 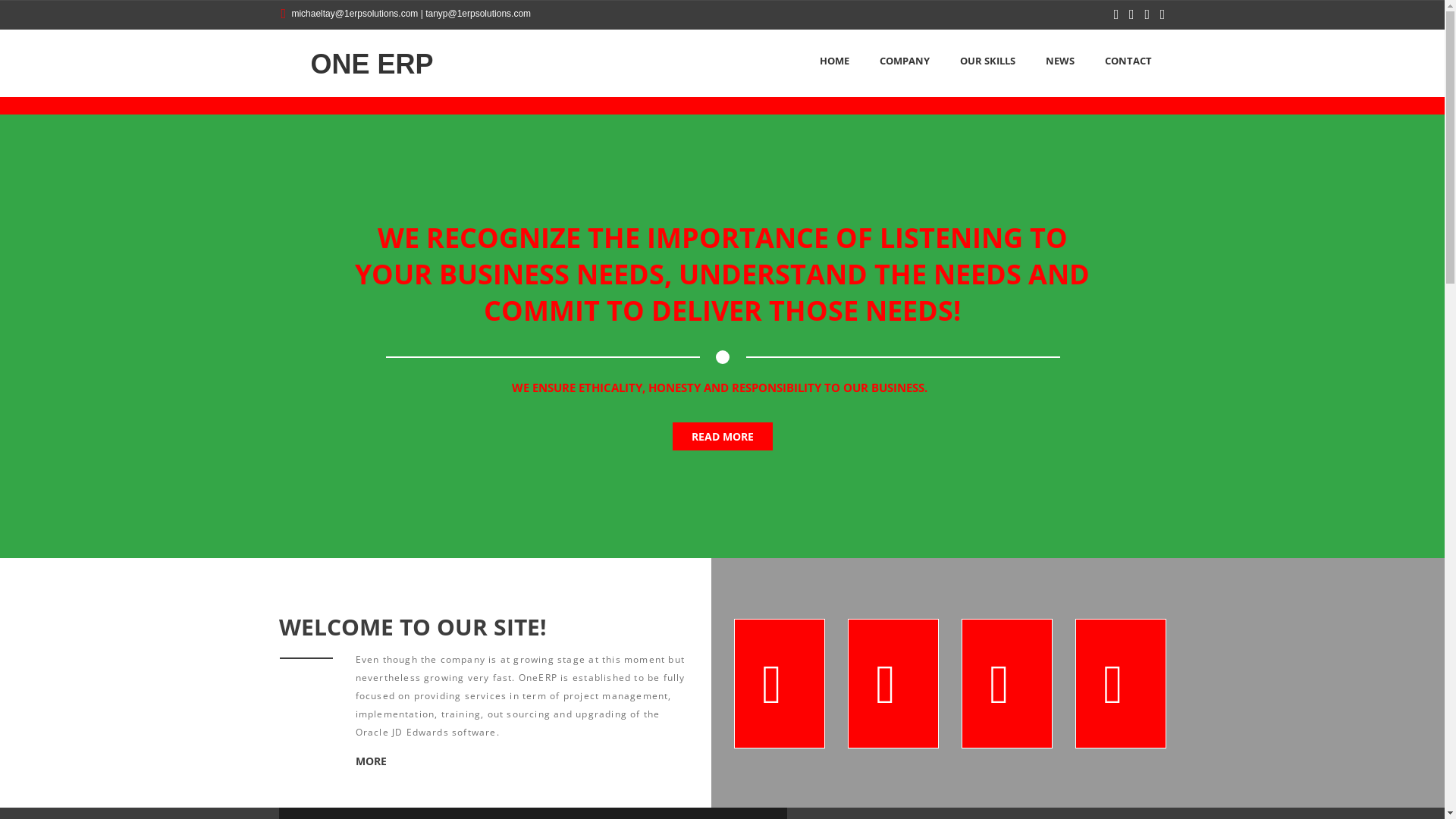 I want to click on 'COMPANY', so click(x=903, y=60).